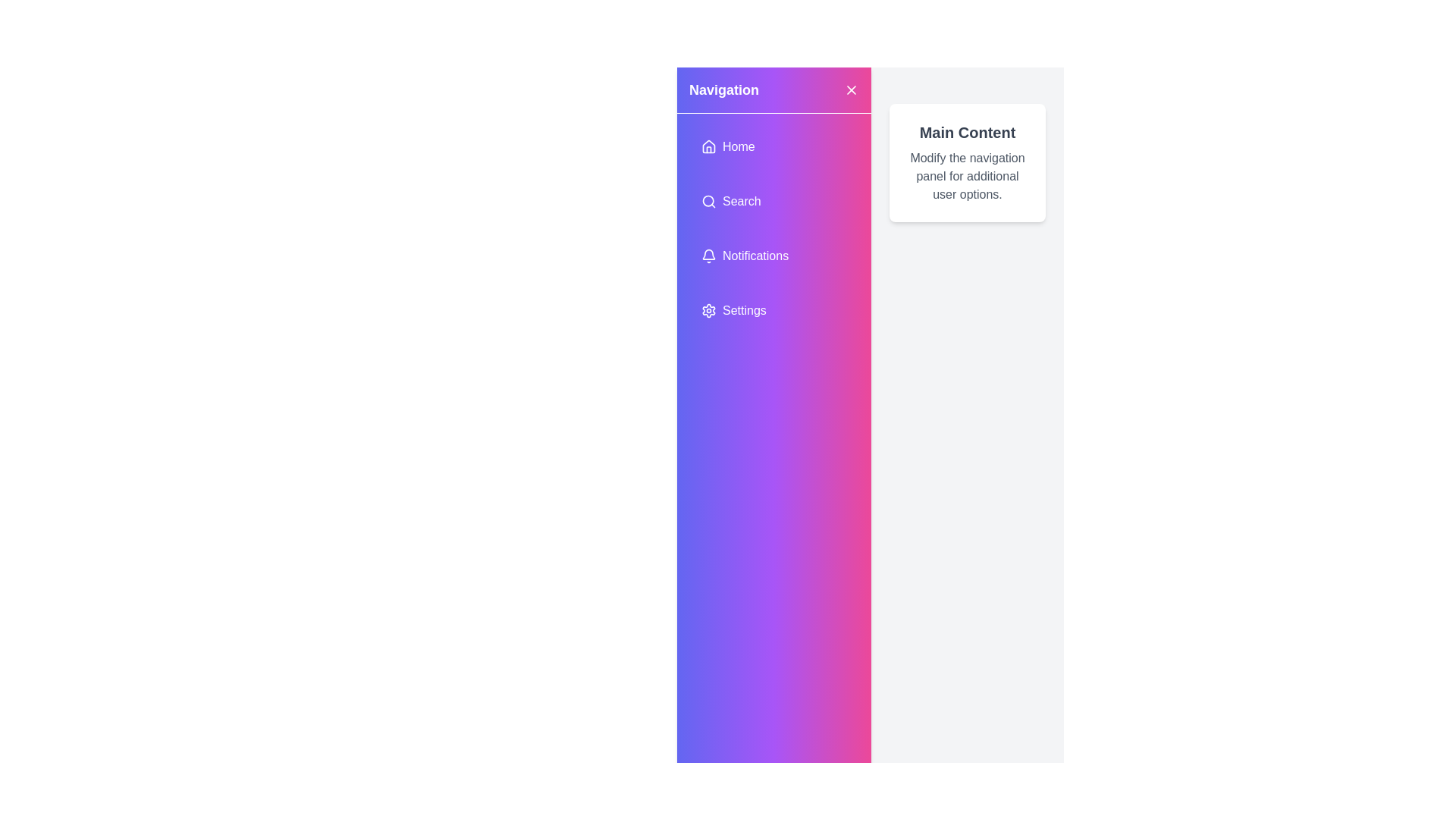  I want to click on the gear icon representing the settings functionality located in the vertical navigation menu, directly to the left of the 'Settings' text label, so click(708, 309).